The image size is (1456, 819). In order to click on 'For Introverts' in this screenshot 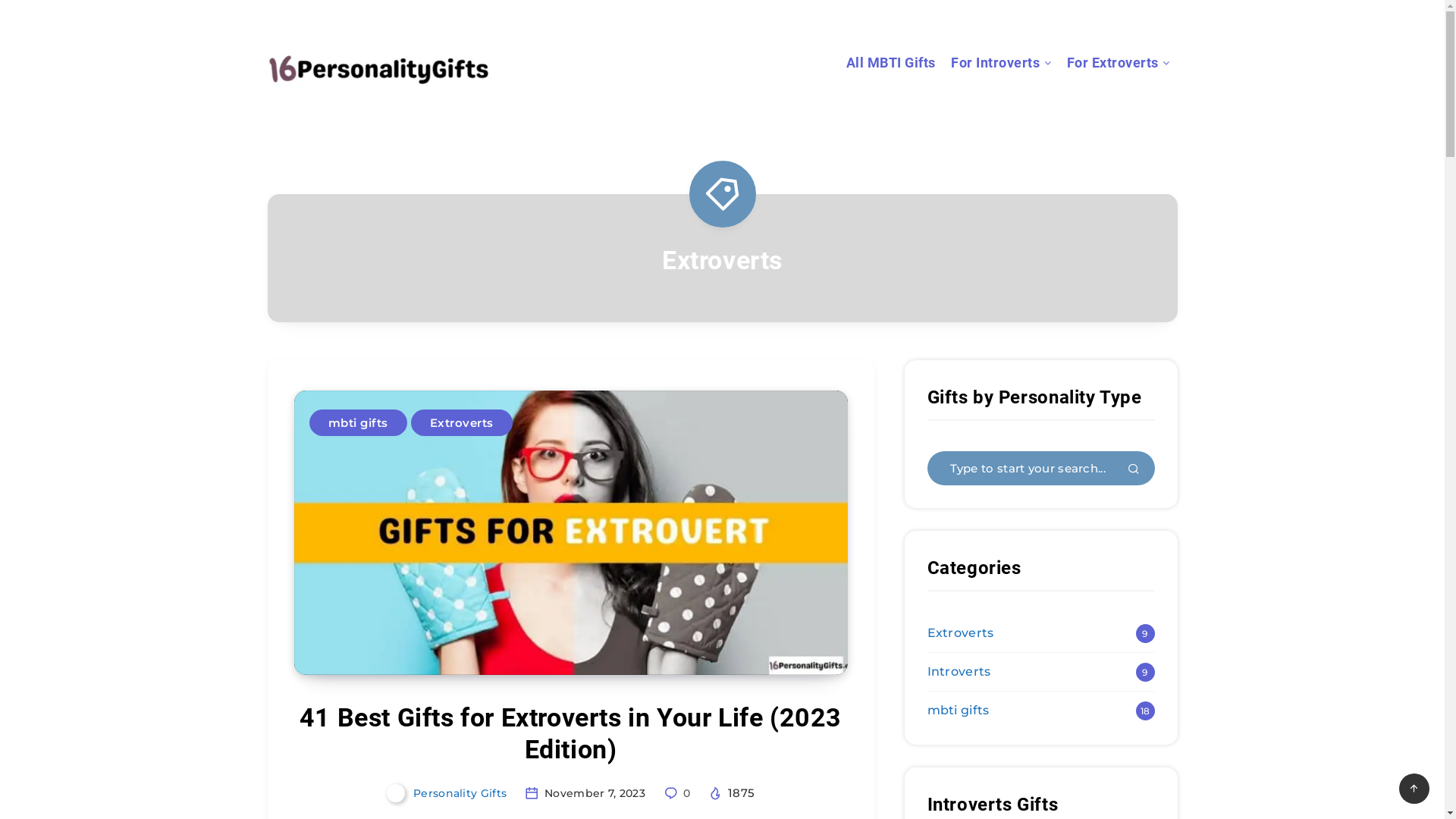, I will do `click(995, 64)`.